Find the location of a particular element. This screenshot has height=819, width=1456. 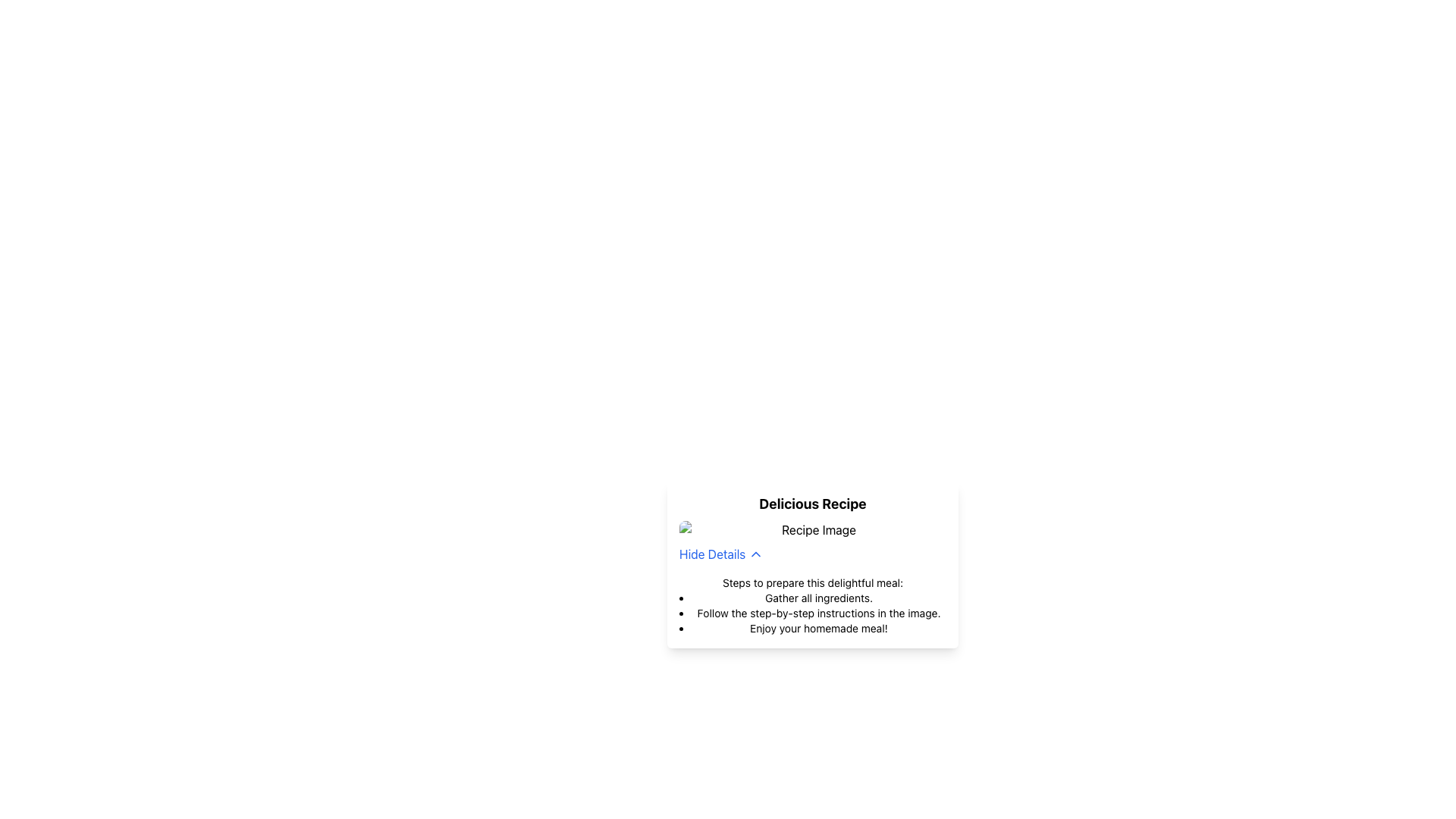

the text block reading 'Steps to prepare this delightful meal:', which is centrally aligned and positioned above a bulleted list is located at coordinates (811, 579).